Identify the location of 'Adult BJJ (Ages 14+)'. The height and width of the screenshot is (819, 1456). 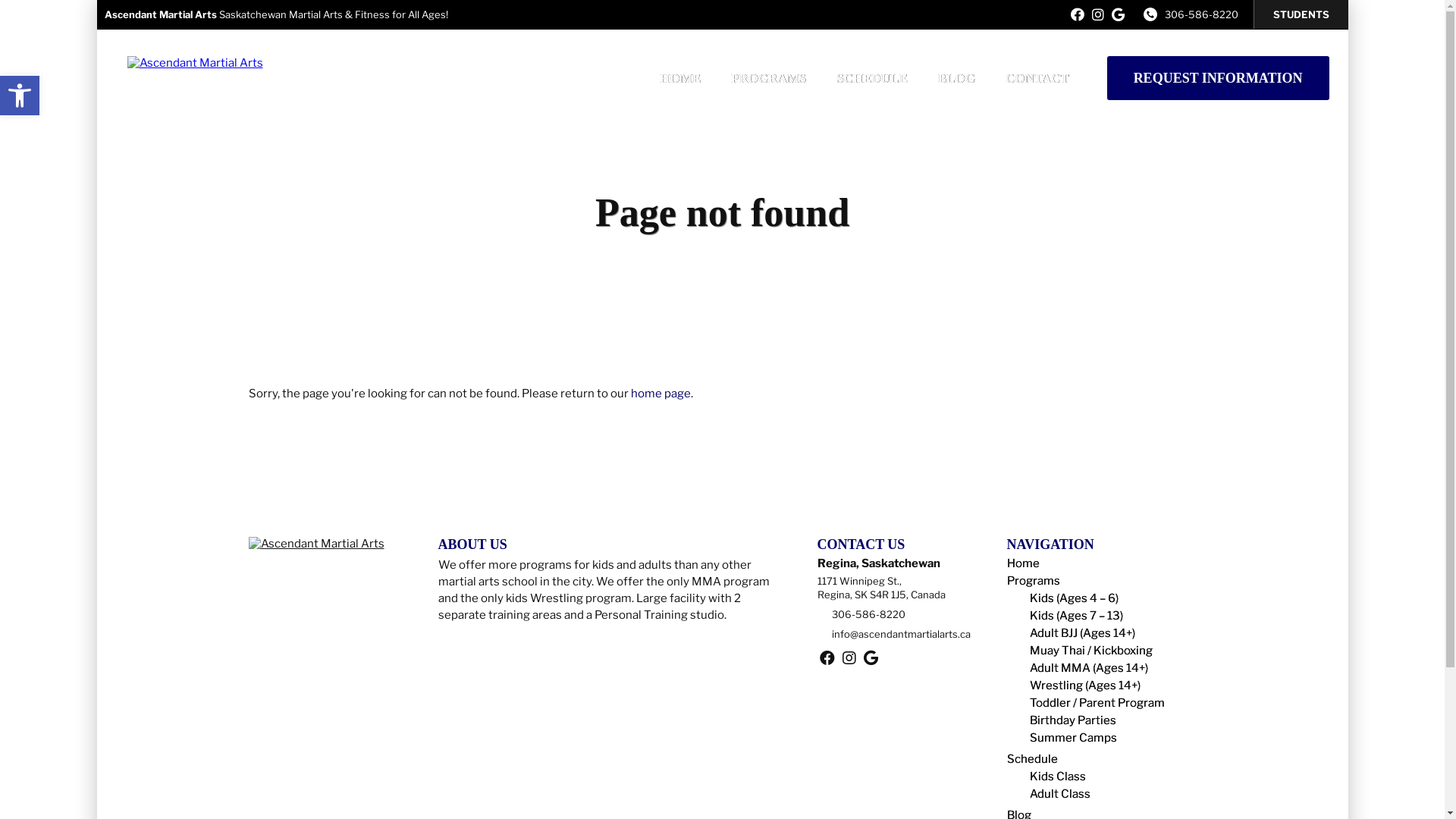
(1081, 632).